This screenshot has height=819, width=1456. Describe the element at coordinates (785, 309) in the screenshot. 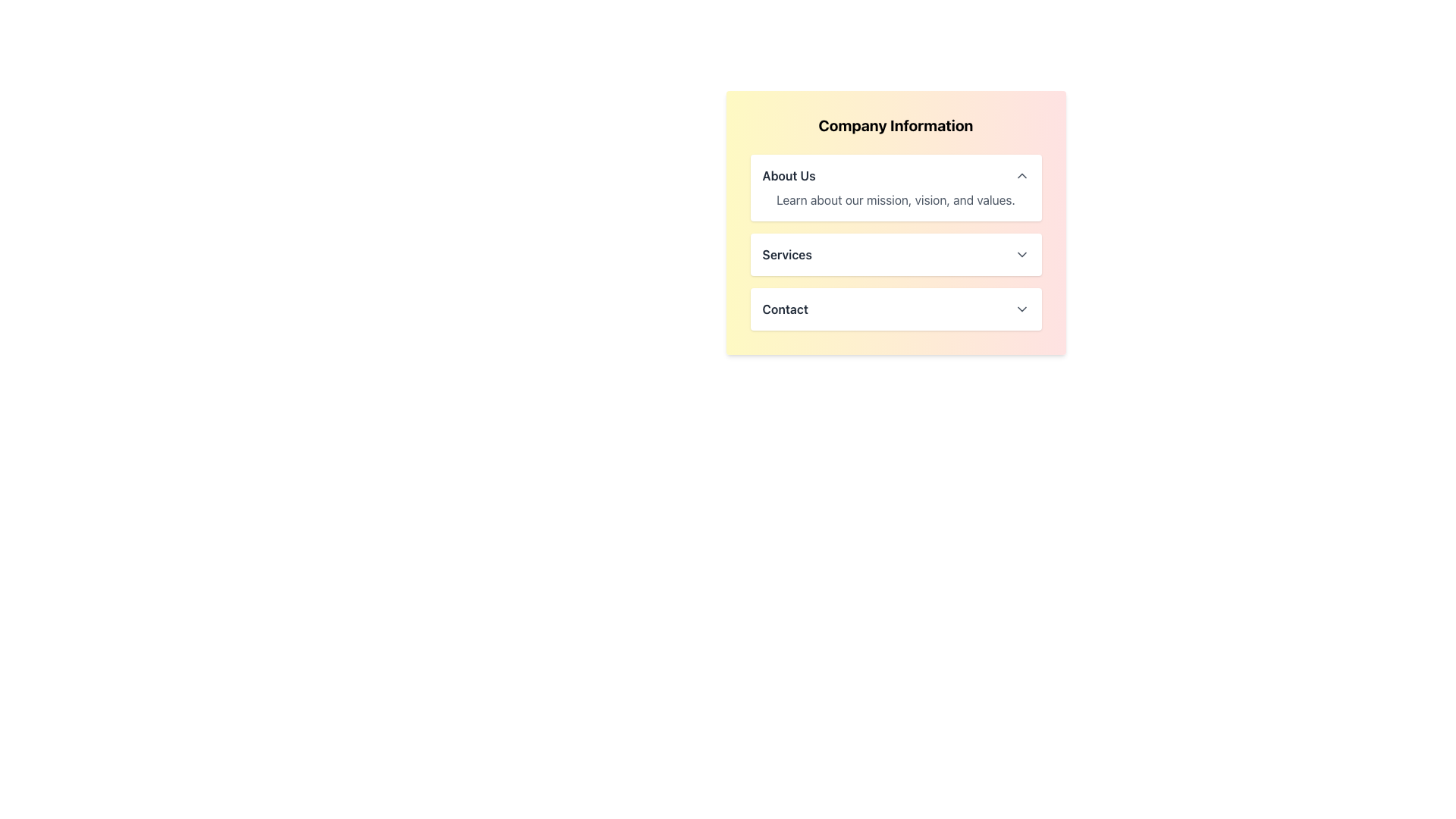

I see `text label that says 'Contact', which is bold and dark gray, prominently displayed in the 'Company Information' section` at that location.